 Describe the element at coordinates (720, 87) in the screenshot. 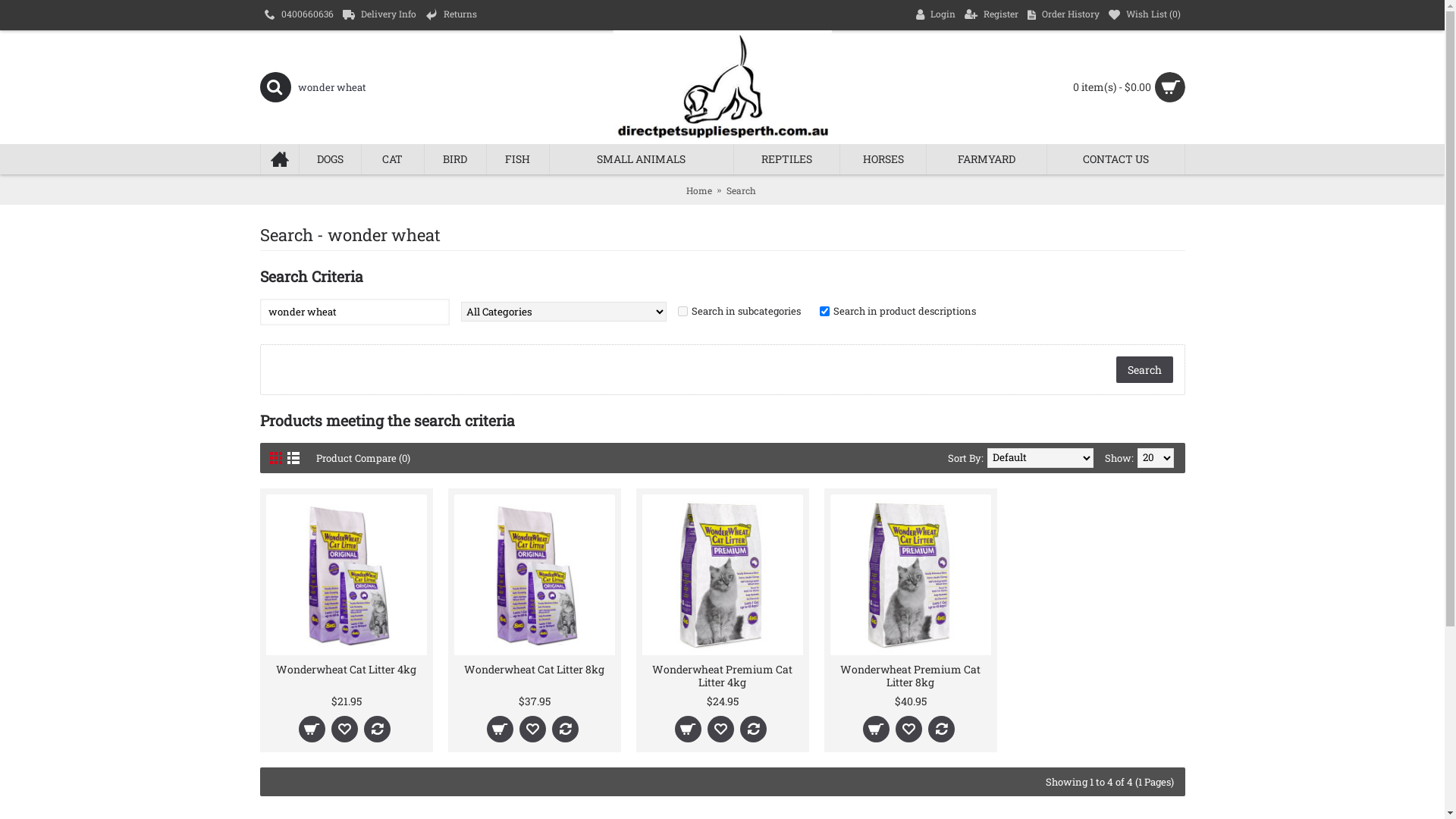

I see `'Direct Pet Supplies Perth'` at that location.